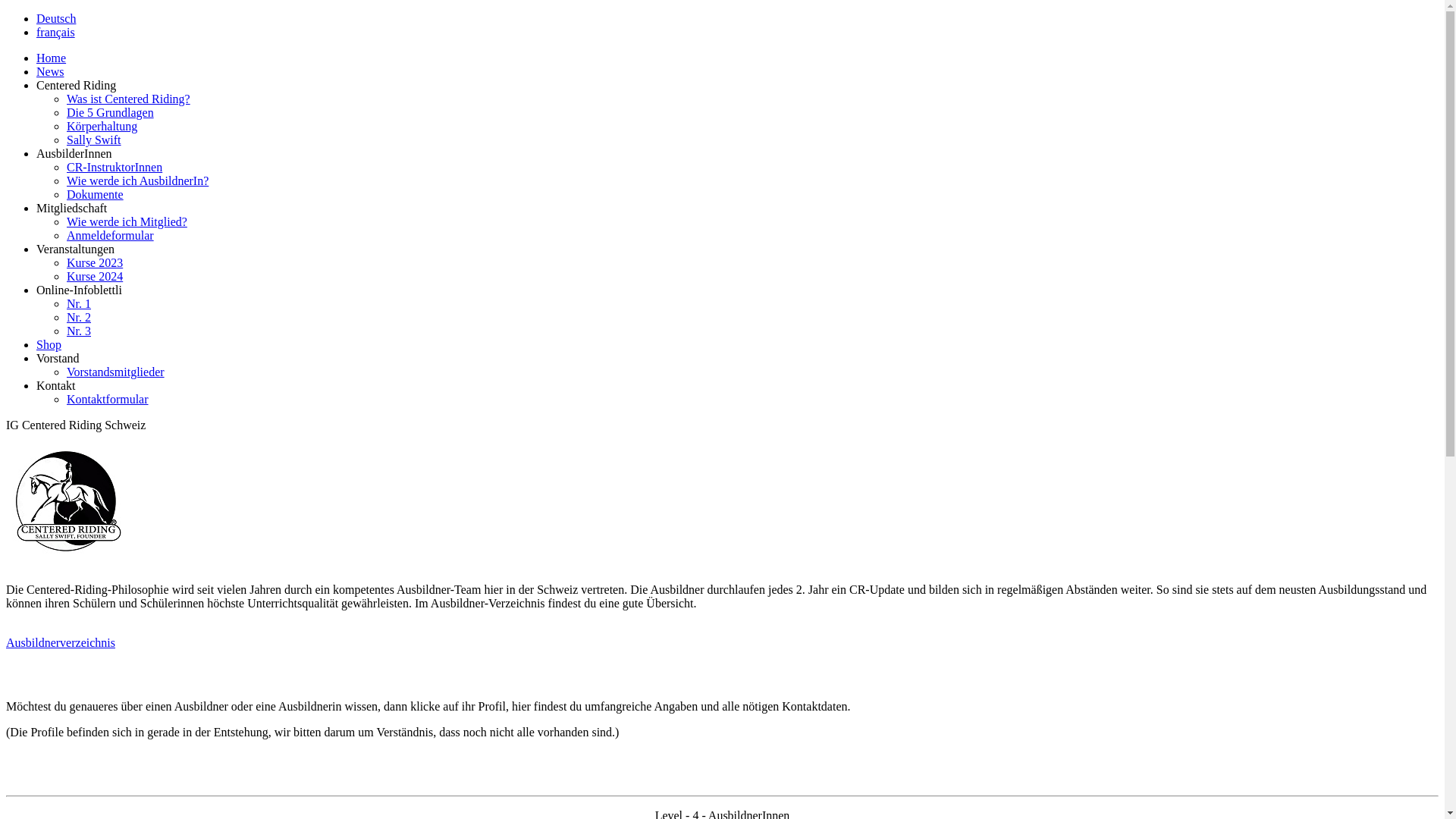 Image resolution: width=1456 pixels, height=819 pixels. I want to click on 'Kurse 2024', so click(65, 276).